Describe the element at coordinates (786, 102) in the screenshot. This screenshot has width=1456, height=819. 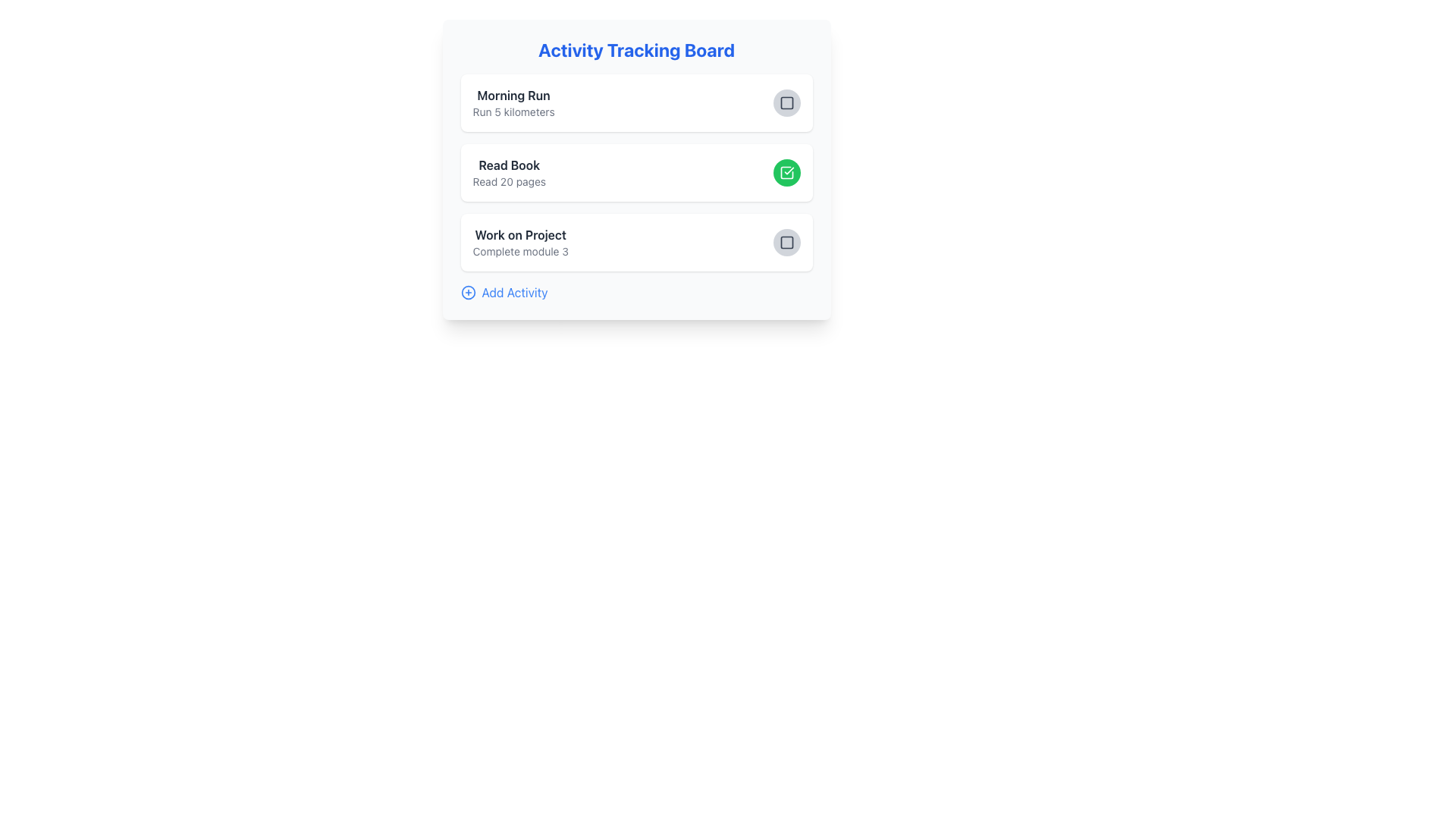
I see `the small gray icon with a red square located at the far-right of the row displaying 'Morning Run'` at that location.